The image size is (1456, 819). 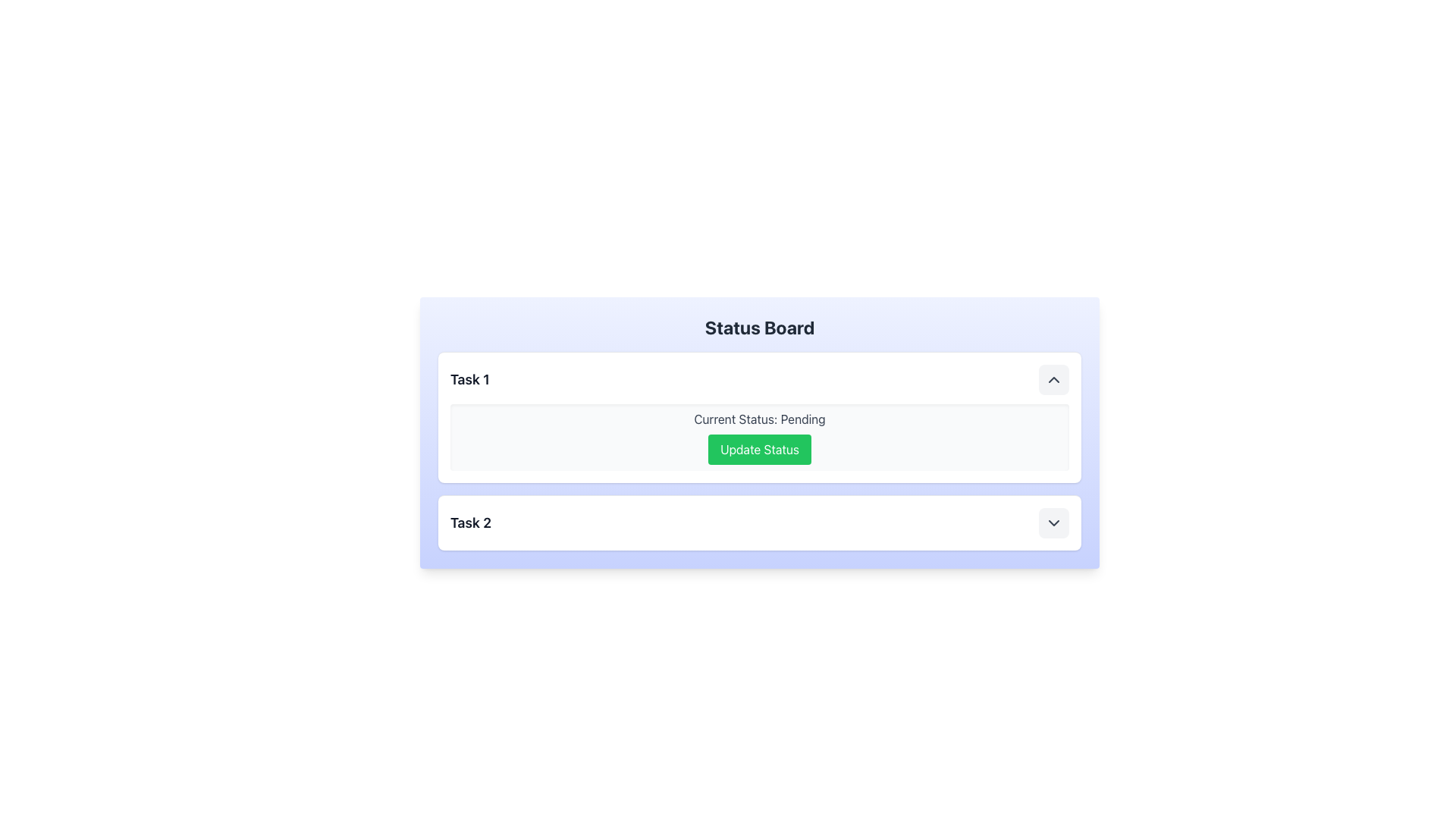 What do you see at coordinates (760, 522) in the screenshot?
I see `the second task card representing 'Task 2' in the task management interface` at bounding box center [760, 522].